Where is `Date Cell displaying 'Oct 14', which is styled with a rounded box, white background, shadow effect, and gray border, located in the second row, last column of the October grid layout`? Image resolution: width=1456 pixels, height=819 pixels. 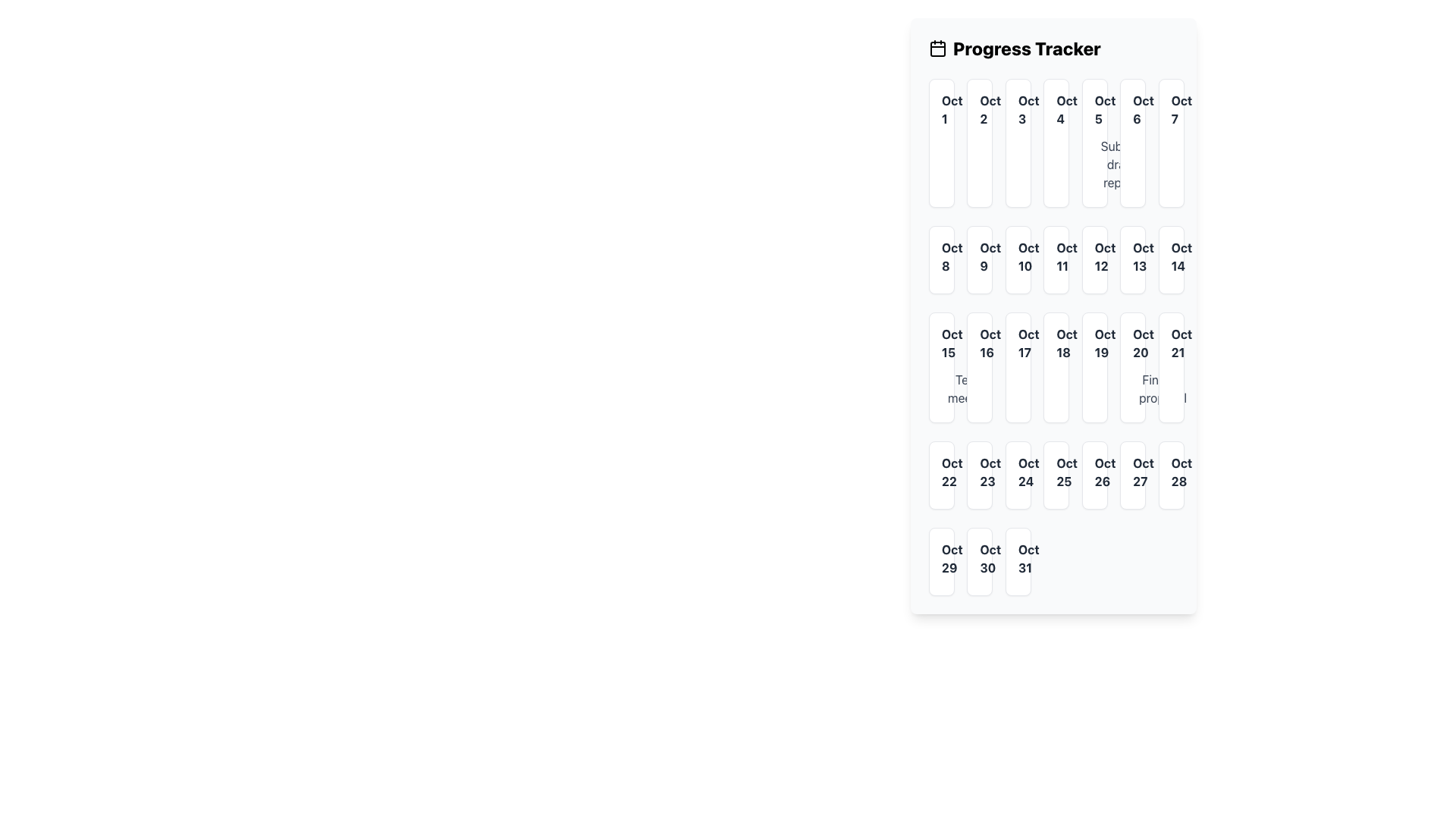 Date Cell displaying 'Oct 14', which is styled with a rounded box, white background, shadow effect, and gray border, located in the second row, last column of the October grid layout is located at coordinates (1170, 259).